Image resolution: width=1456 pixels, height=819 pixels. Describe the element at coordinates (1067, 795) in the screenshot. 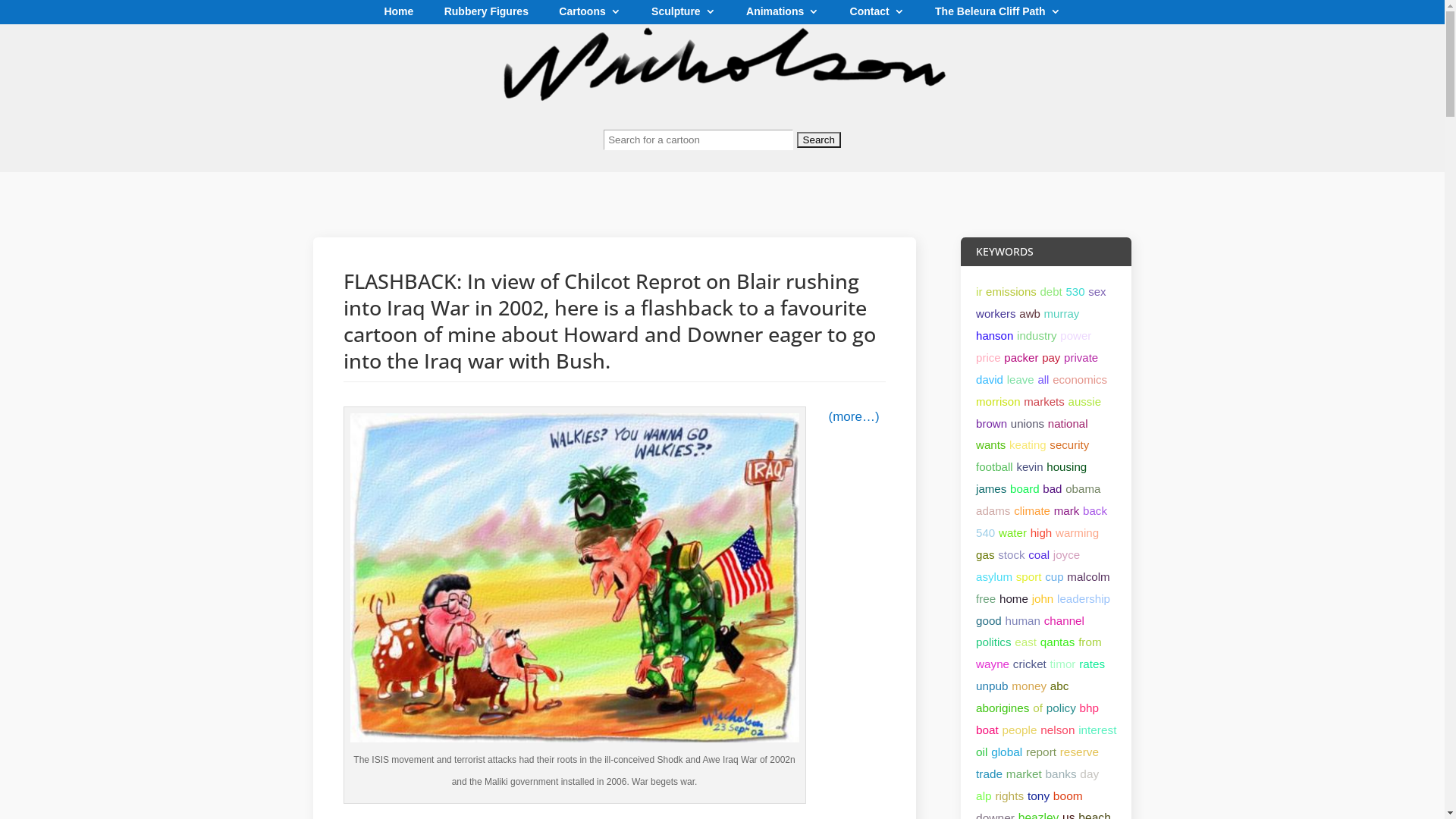

I see `'boom'` at that location.